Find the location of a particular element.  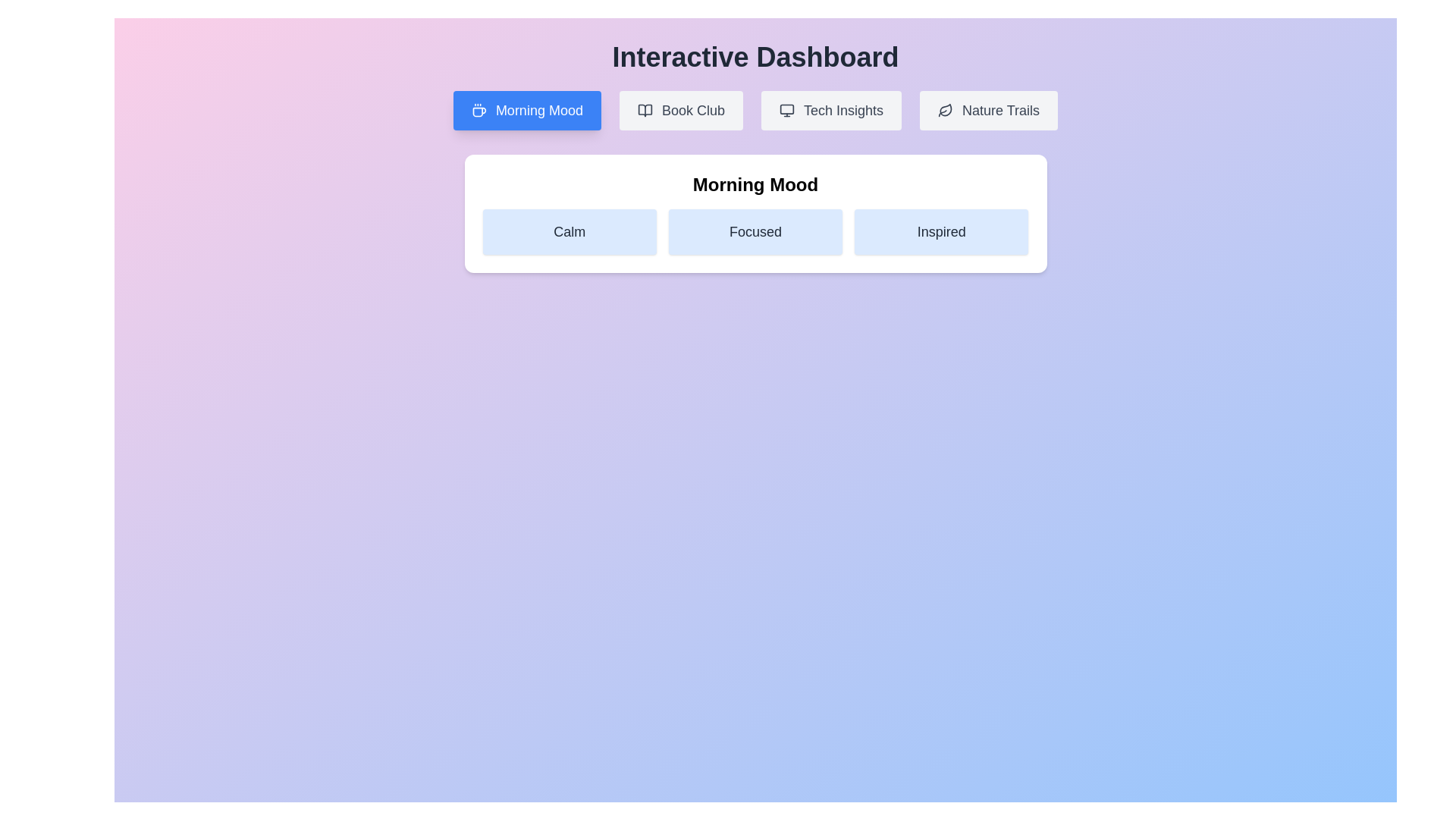

the 'Nature Trails' button, which is a rectangular interactive button with a subtle gray background and a leaf icon, located in the Interactive Dashboard interface is located at coordinates (989, 110).